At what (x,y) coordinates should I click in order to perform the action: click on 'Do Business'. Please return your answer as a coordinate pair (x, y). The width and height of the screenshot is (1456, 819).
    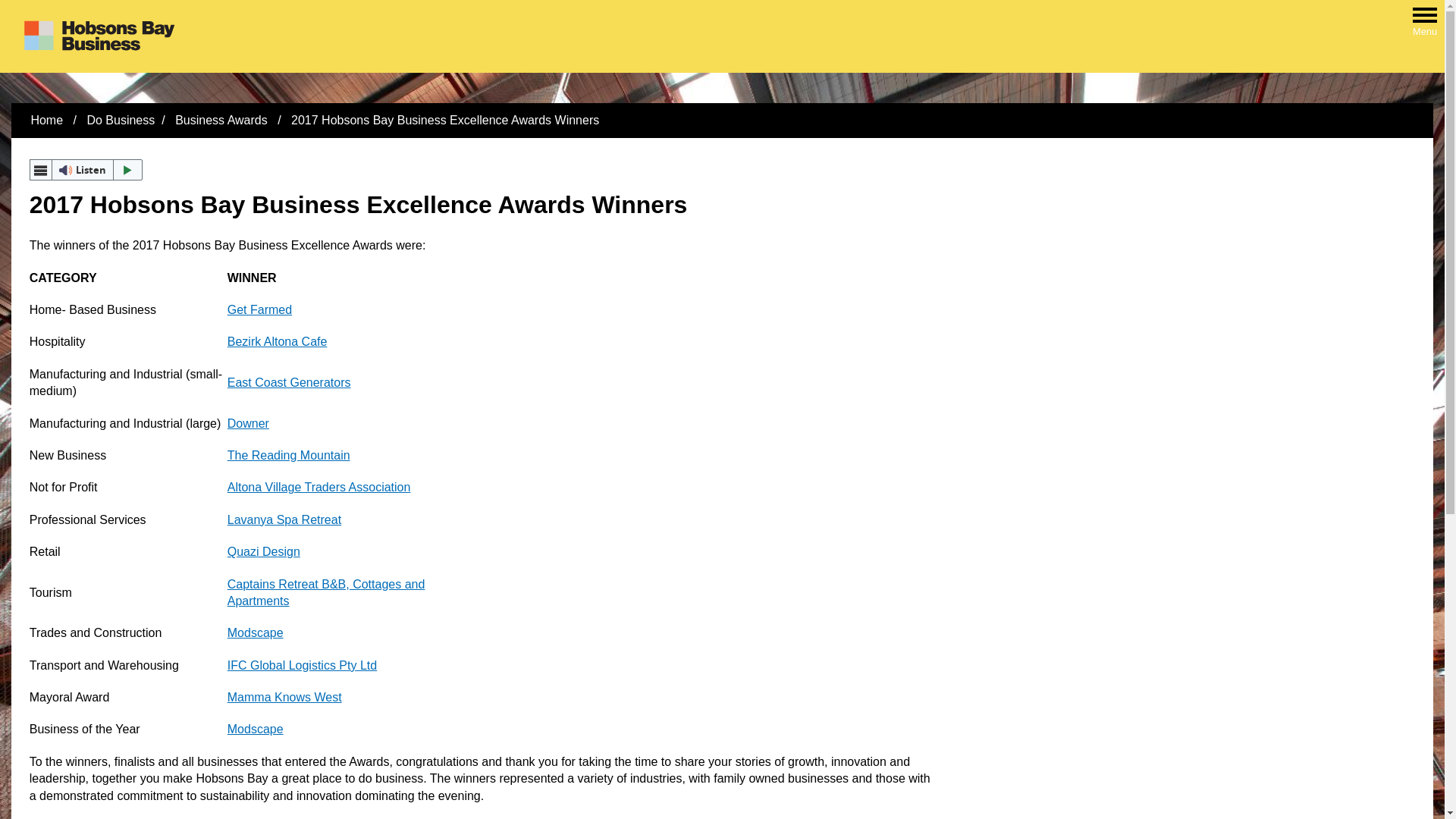
    Looking at the image, I should click on (86, 119).